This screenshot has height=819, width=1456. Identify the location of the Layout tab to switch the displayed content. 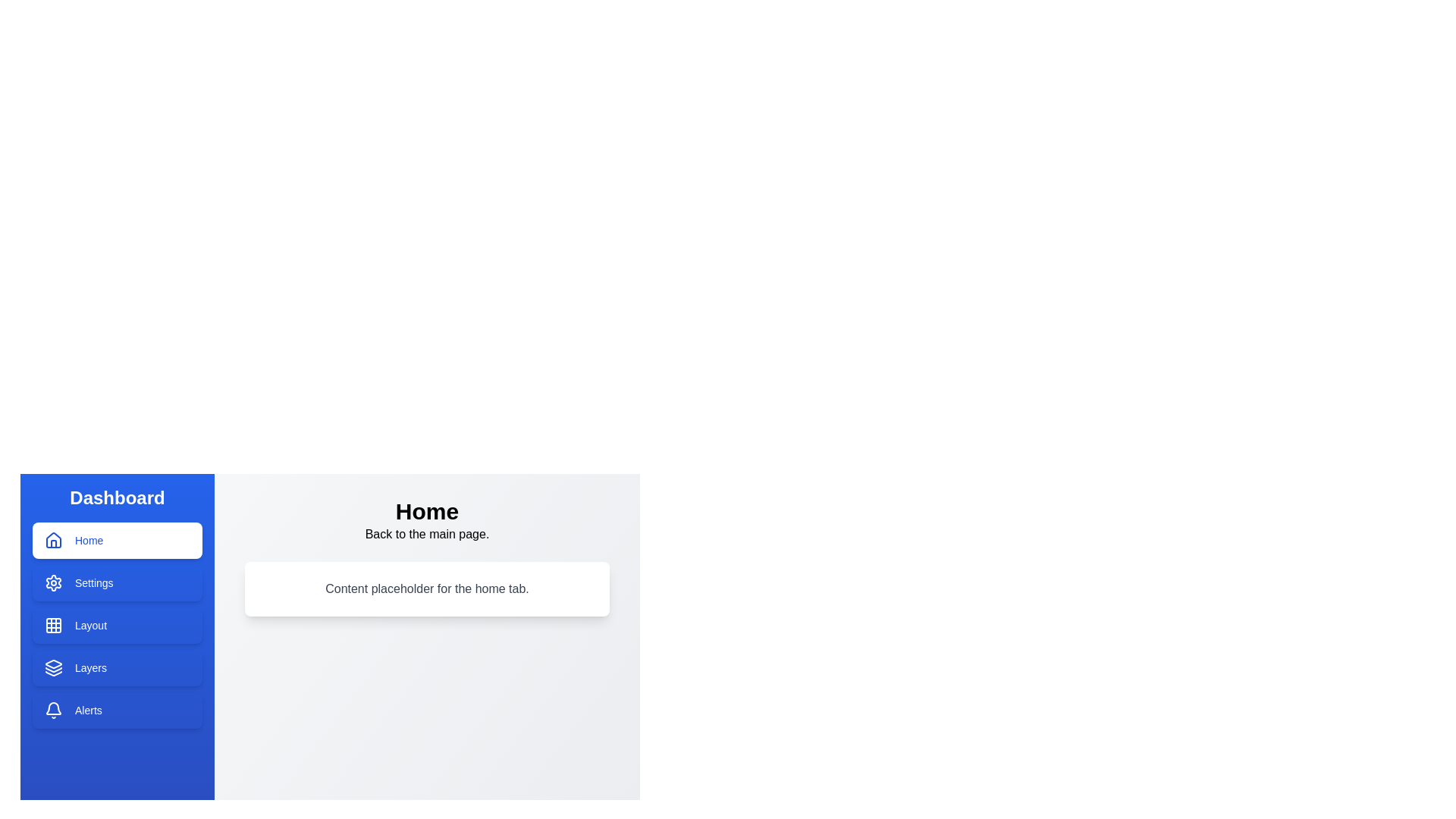
(116, 626).